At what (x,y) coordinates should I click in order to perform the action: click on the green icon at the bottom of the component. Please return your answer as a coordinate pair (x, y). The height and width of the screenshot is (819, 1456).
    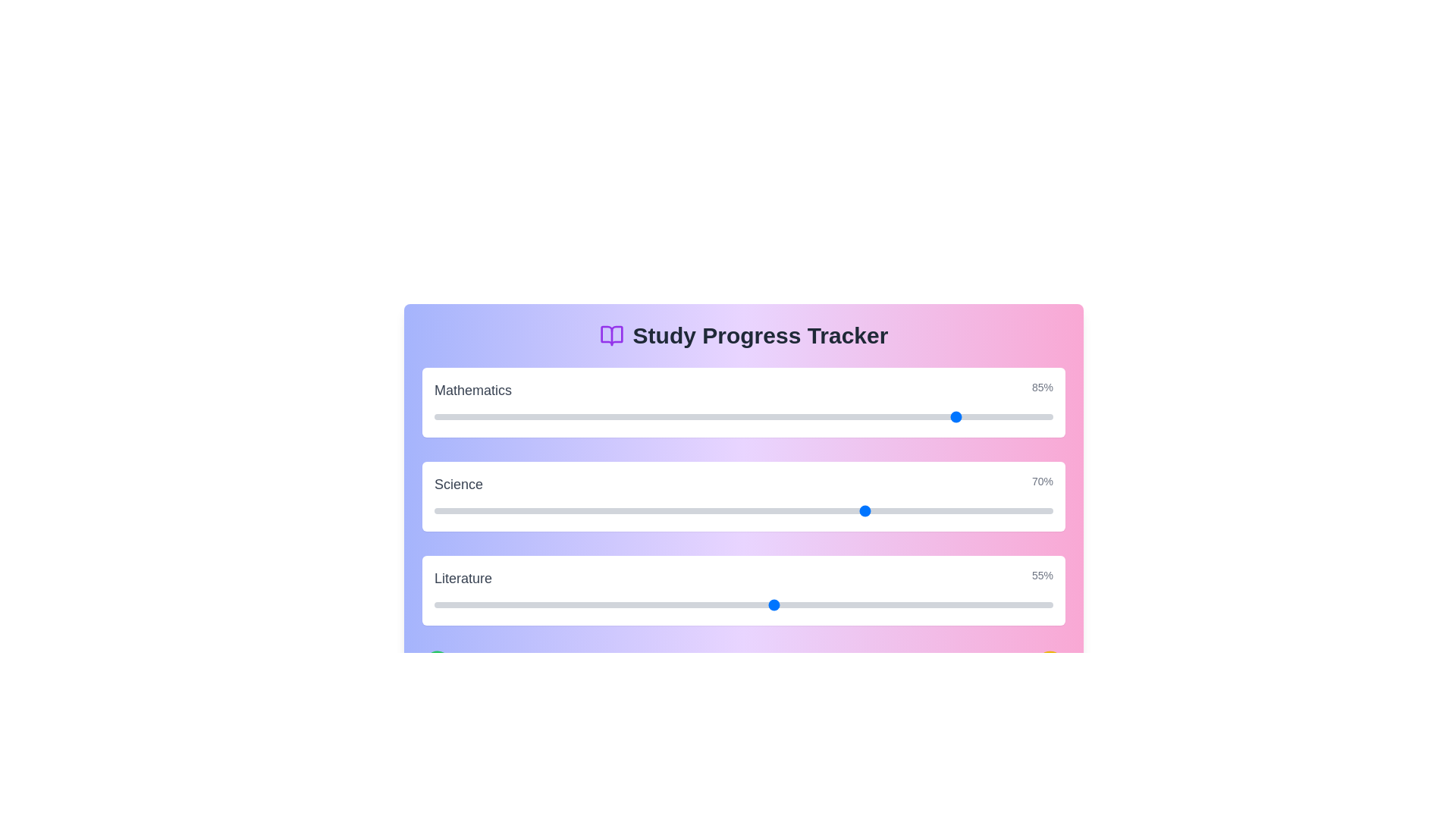
    Looking at the image, I should click on (436, 664).